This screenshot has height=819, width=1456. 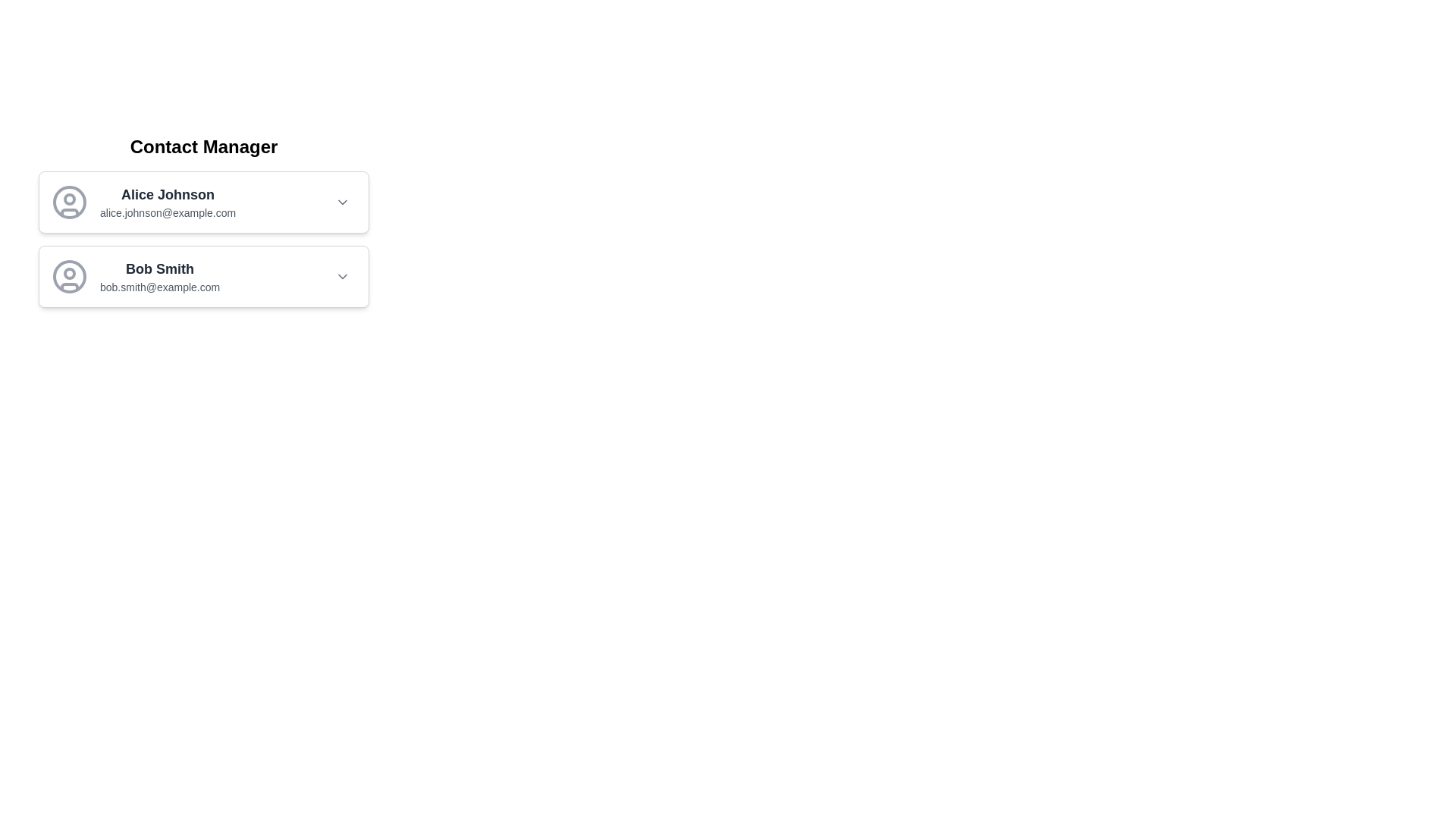 I want to click on the user profile display for 'Bob Smith', so click(x=136, y=277).